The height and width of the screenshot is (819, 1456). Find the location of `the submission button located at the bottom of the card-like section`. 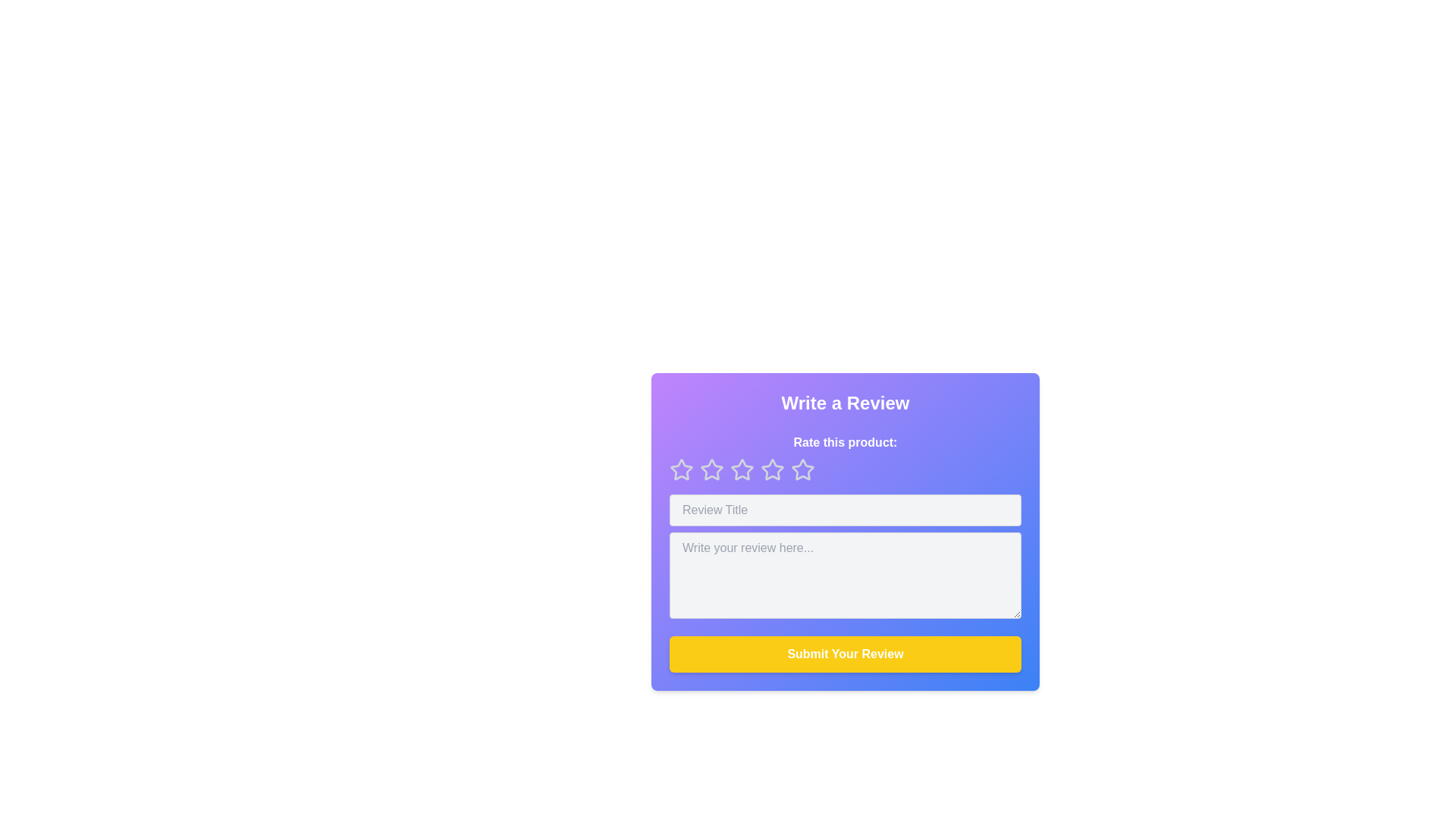

the submission button located at the bottom of the card-like section is located at coordinates (844, 654).